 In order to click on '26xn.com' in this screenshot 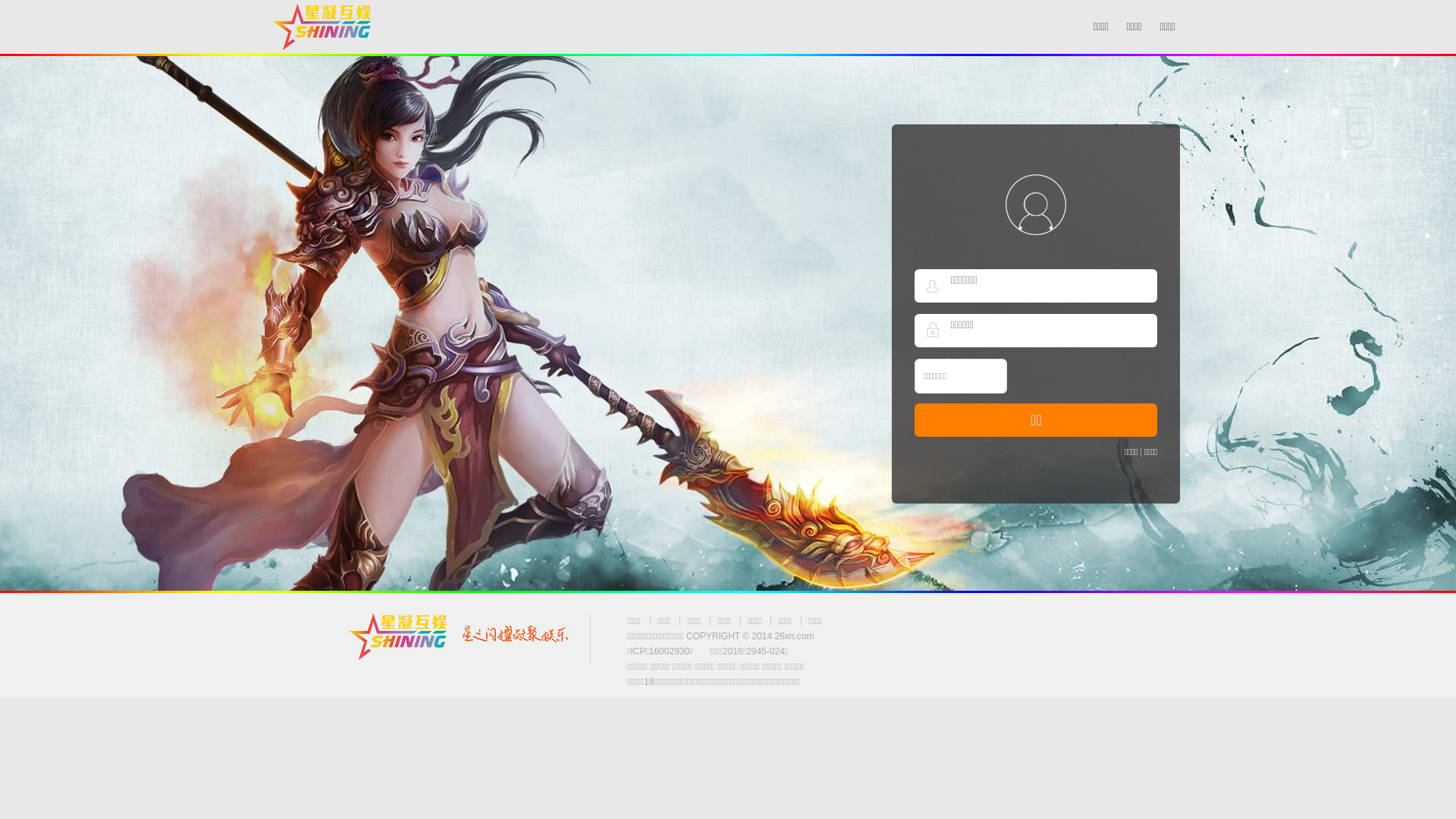, I will do `click(793, 636)`.